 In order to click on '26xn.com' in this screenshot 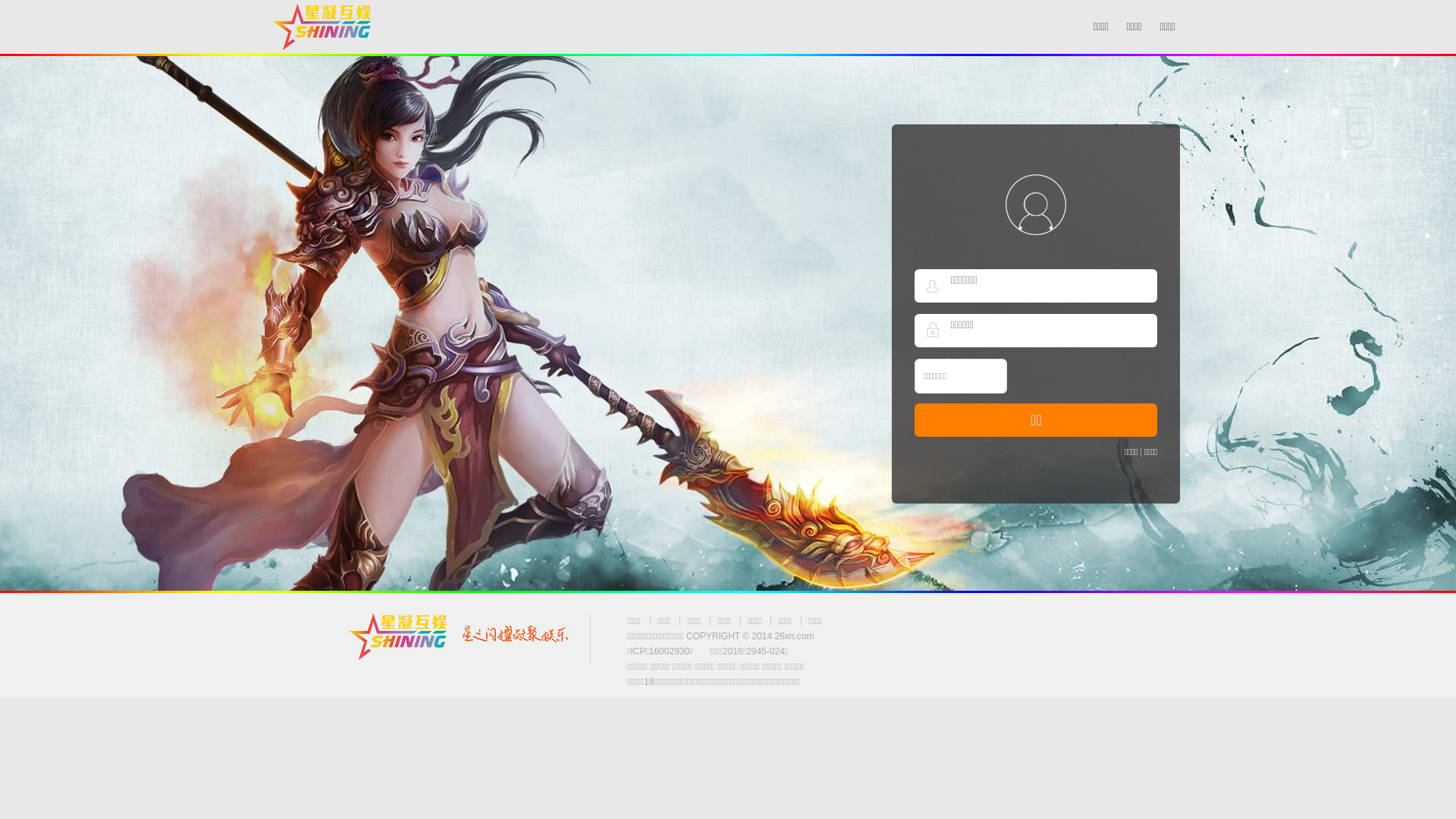, I will do `click(793, 636)`.